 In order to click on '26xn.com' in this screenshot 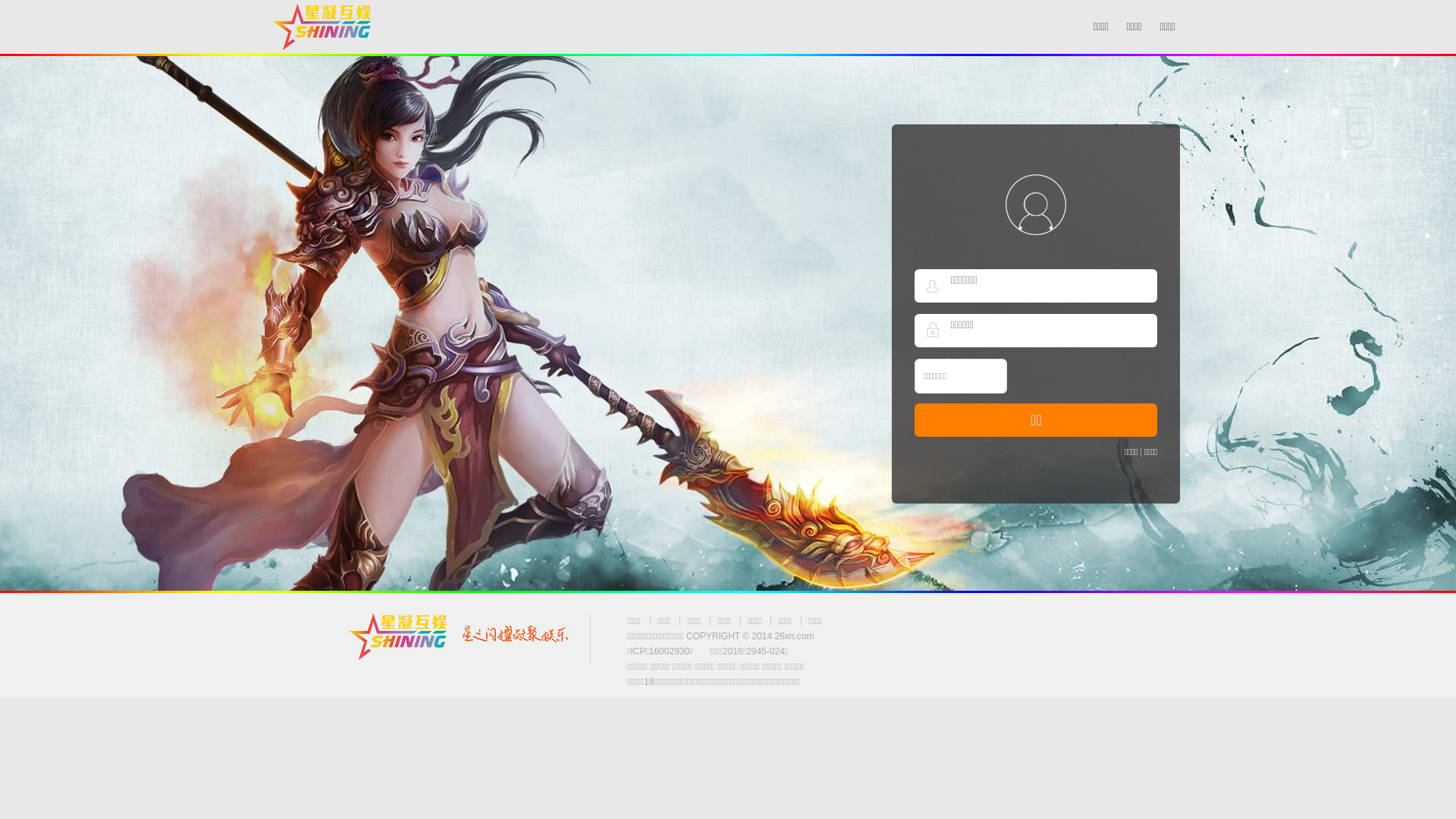, I will do `click(793, 636)`.